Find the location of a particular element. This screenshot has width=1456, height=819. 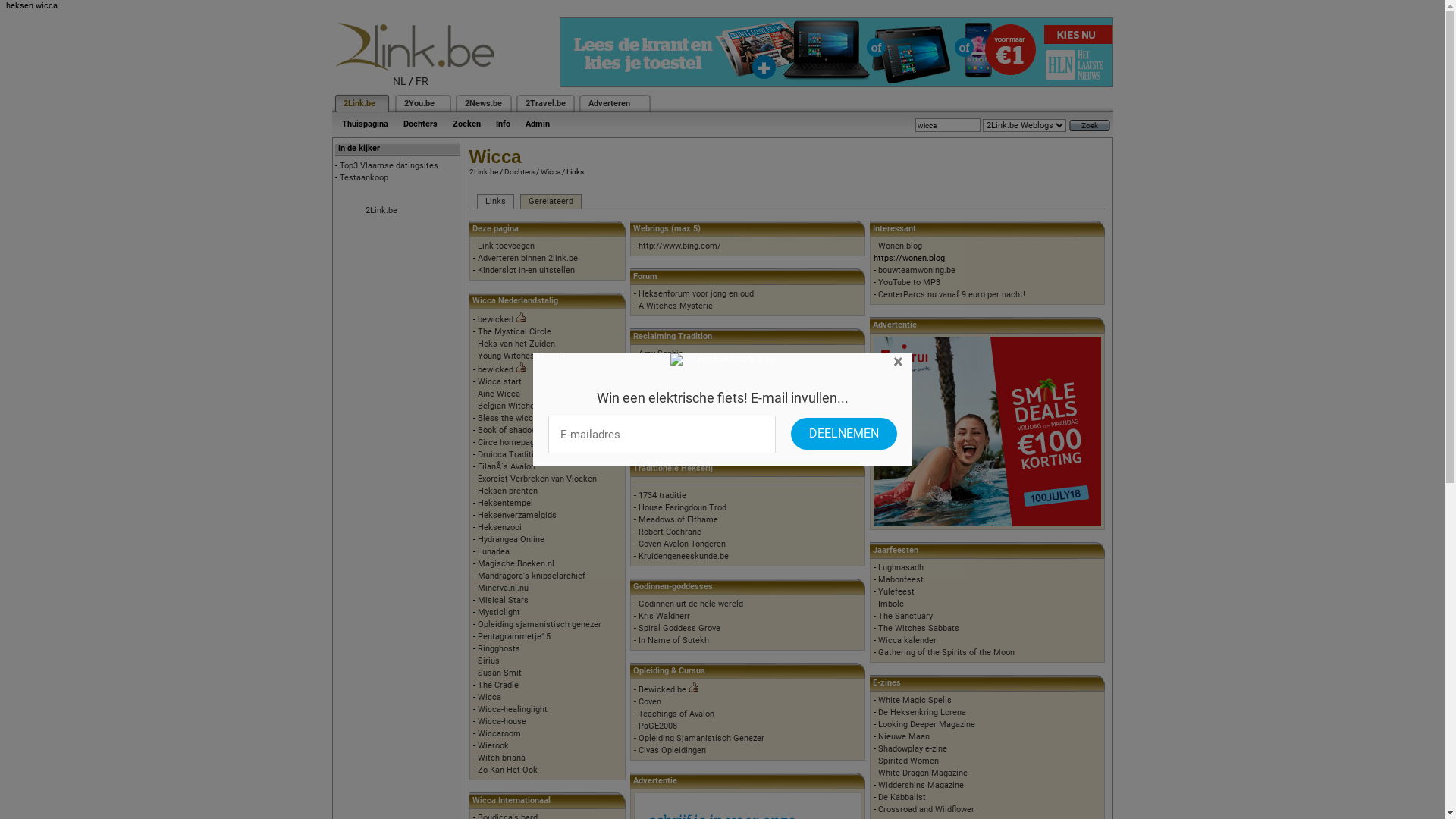

'Hydrangea Online' is located at coordinates (510, 538).